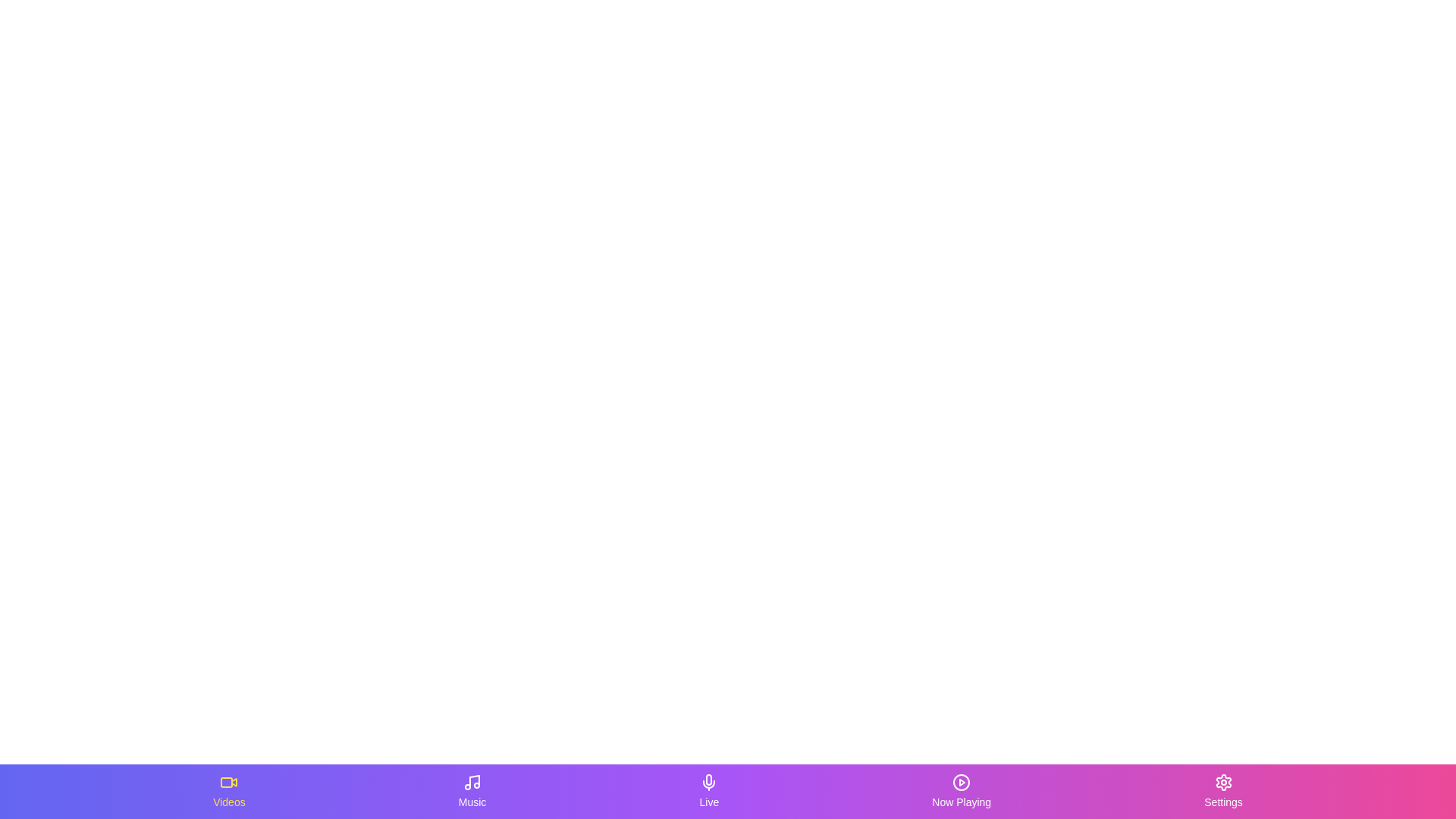 Image resolution: width=1456 pixels, height=819 pixels. What do you see at coordinates (960, 791) in the screenshot?
I see `the Now Playing tab in the bottom navigation bar` at bounding box center [960, 791].